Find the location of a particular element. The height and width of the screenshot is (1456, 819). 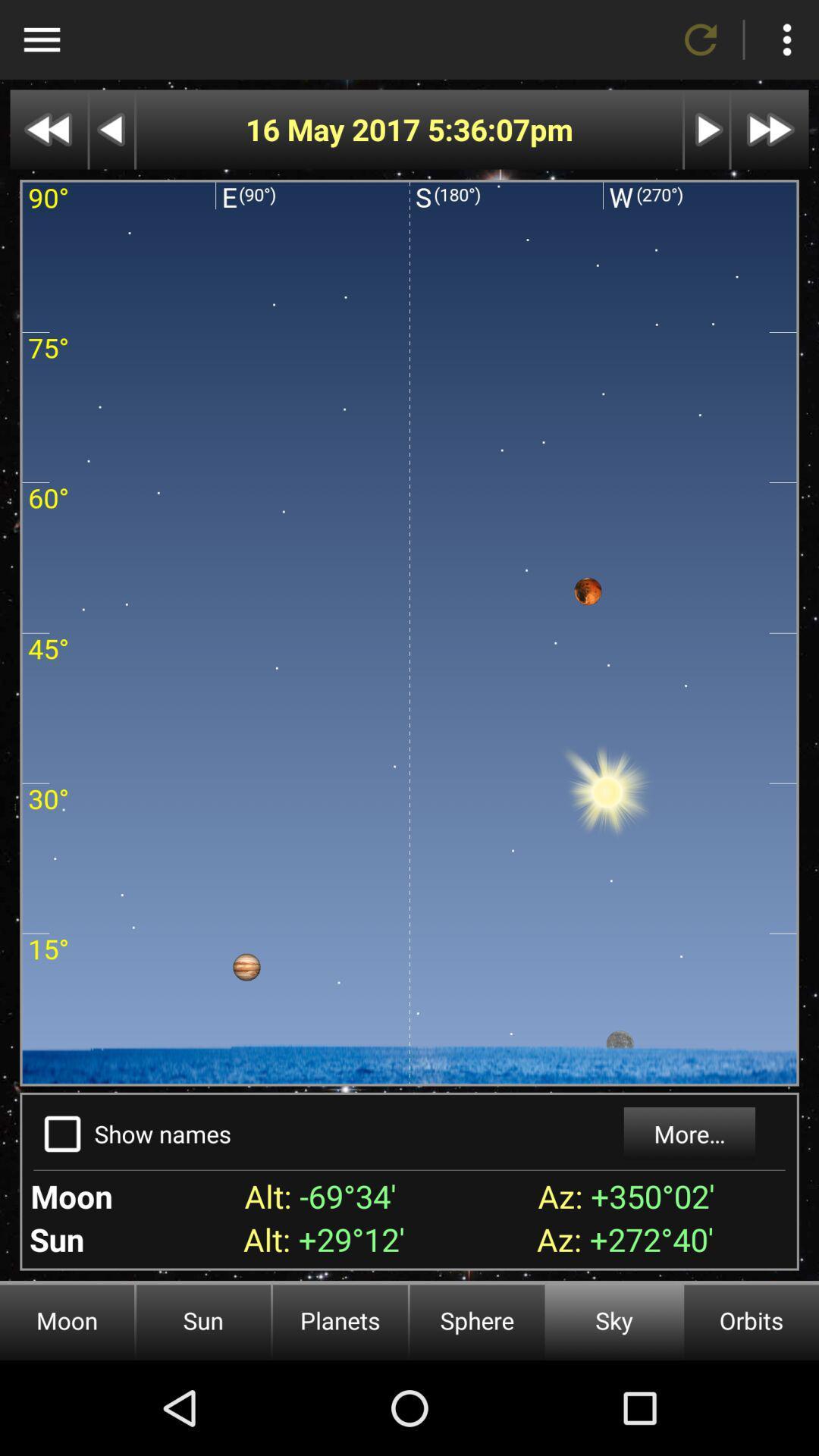

the more icon is located at coordinates (786, 39).